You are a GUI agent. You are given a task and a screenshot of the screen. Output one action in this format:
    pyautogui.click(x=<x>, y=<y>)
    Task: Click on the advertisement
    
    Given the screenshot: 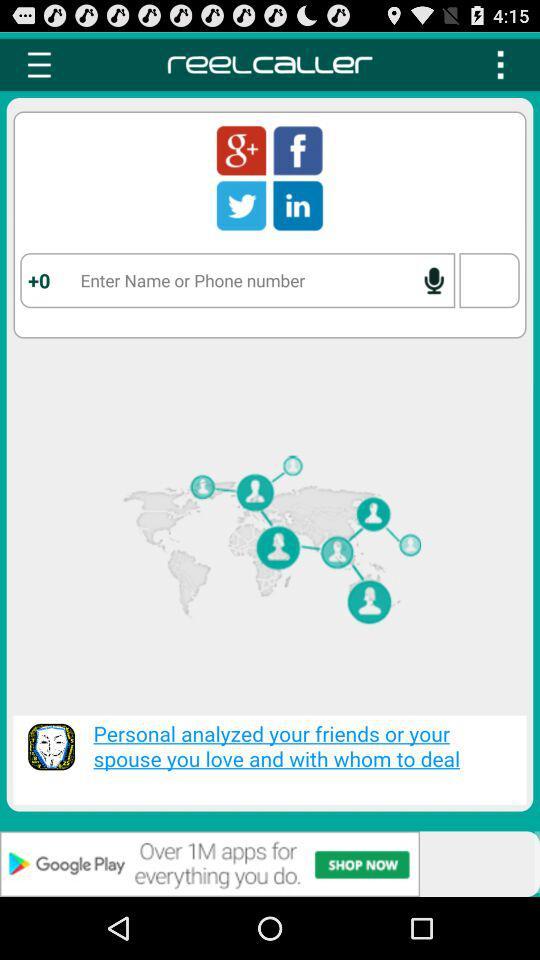 What is the action you would take?
    pyautogui.click(x=270, y=863)
    